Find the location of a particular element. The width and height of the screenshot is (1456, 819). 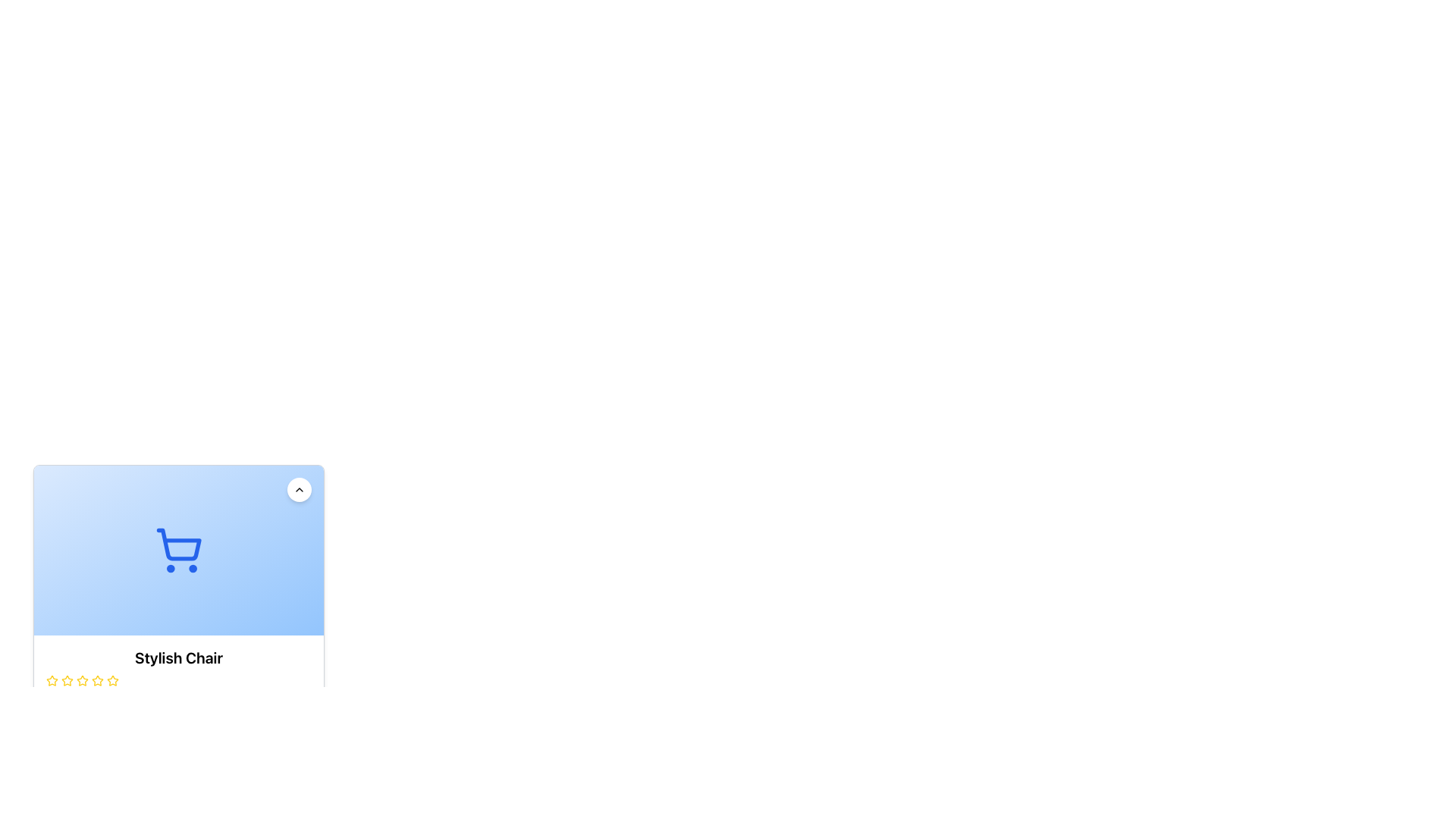

the second star-shaped rating icon with a yellow outline located below the 'Stylish Chair' title to rate the product is located at coordinates (67, 680).